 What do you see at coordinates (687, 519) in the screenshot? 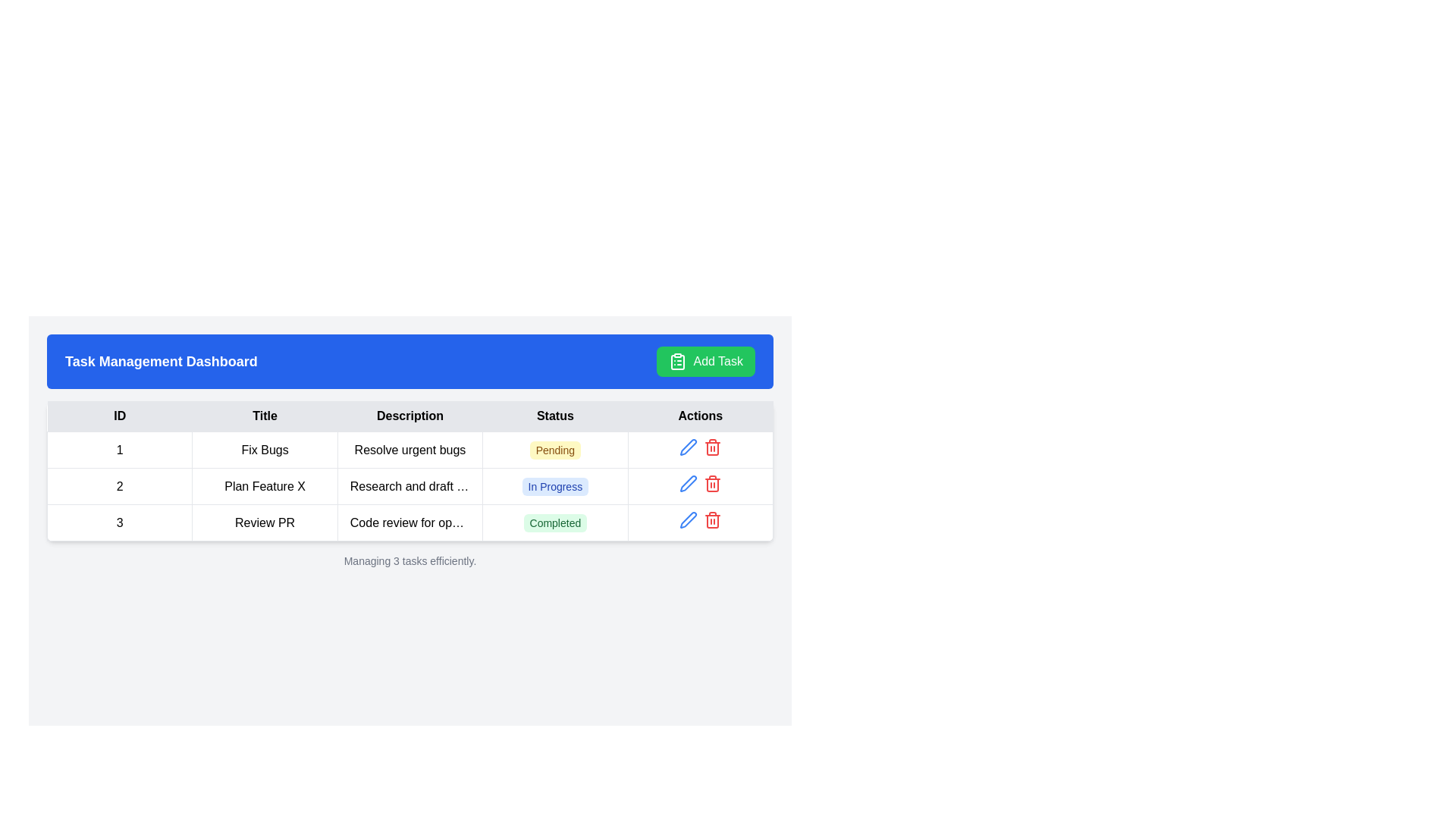
I see `the pen icon in the Actions column of the Task Management Dashboard to initiate task edit mode for the second row (Plan Feature X)` at bounding box center [687, 519].